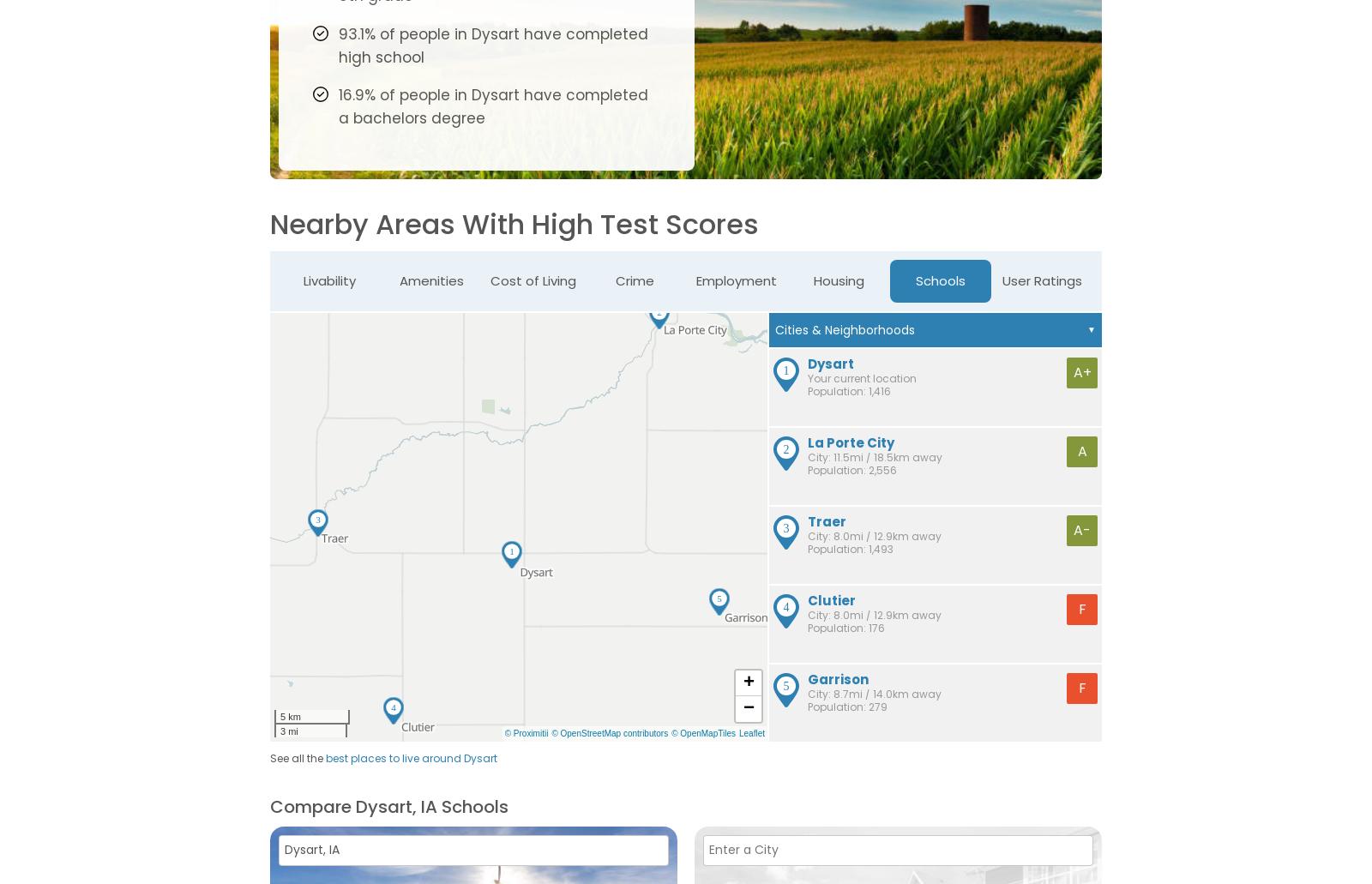  I want to click on 'Population: 1,493', so click(850, 548).